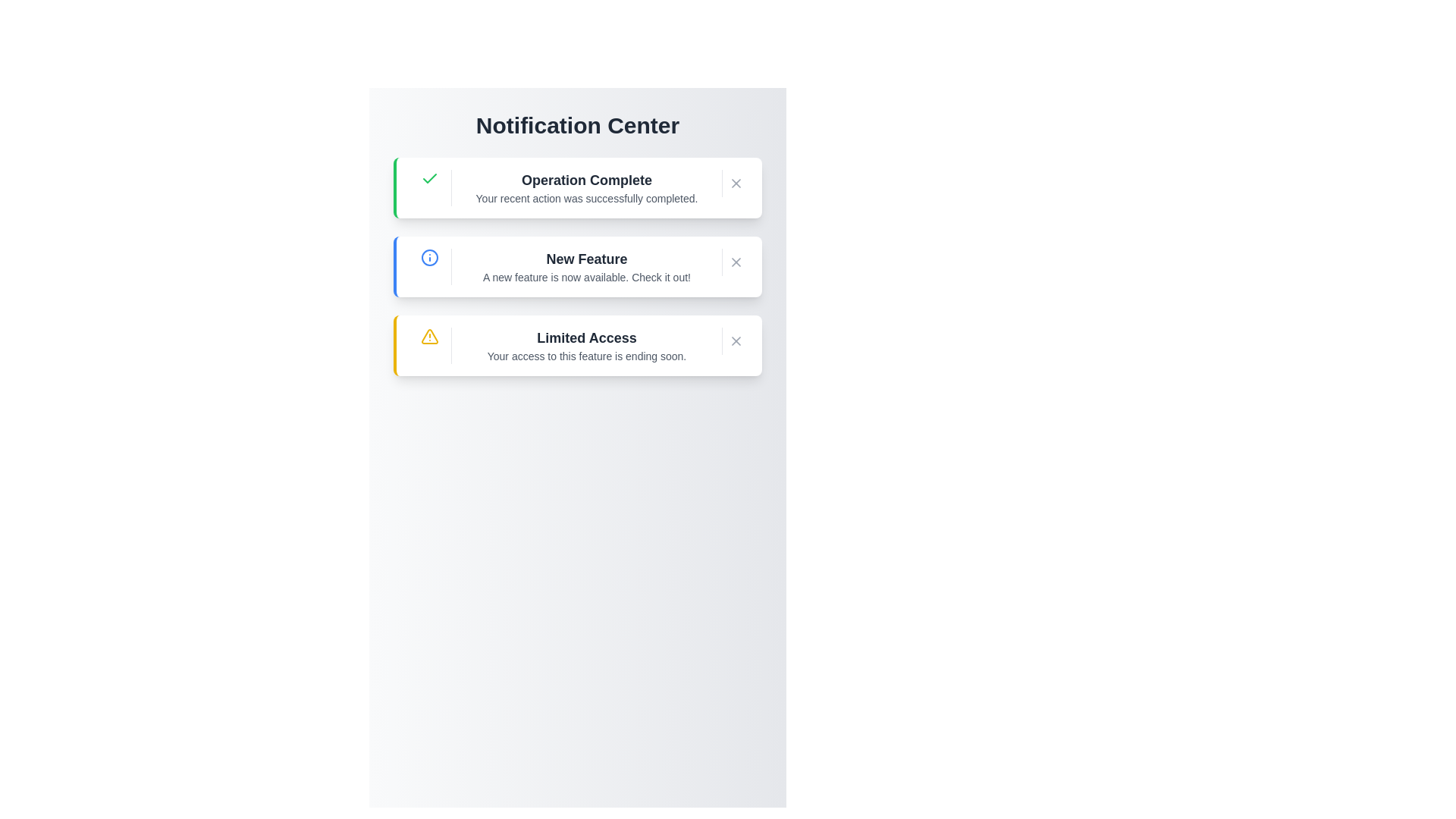 The width and height of the screenshot is (1456, 819). What do you see at coordinates (736, 341) in the screenshot?
I see `the close icon button resembling the letter 'X' in the upper-right corner of the 'Limited Access' notification card` at bounding box center [736, 341].